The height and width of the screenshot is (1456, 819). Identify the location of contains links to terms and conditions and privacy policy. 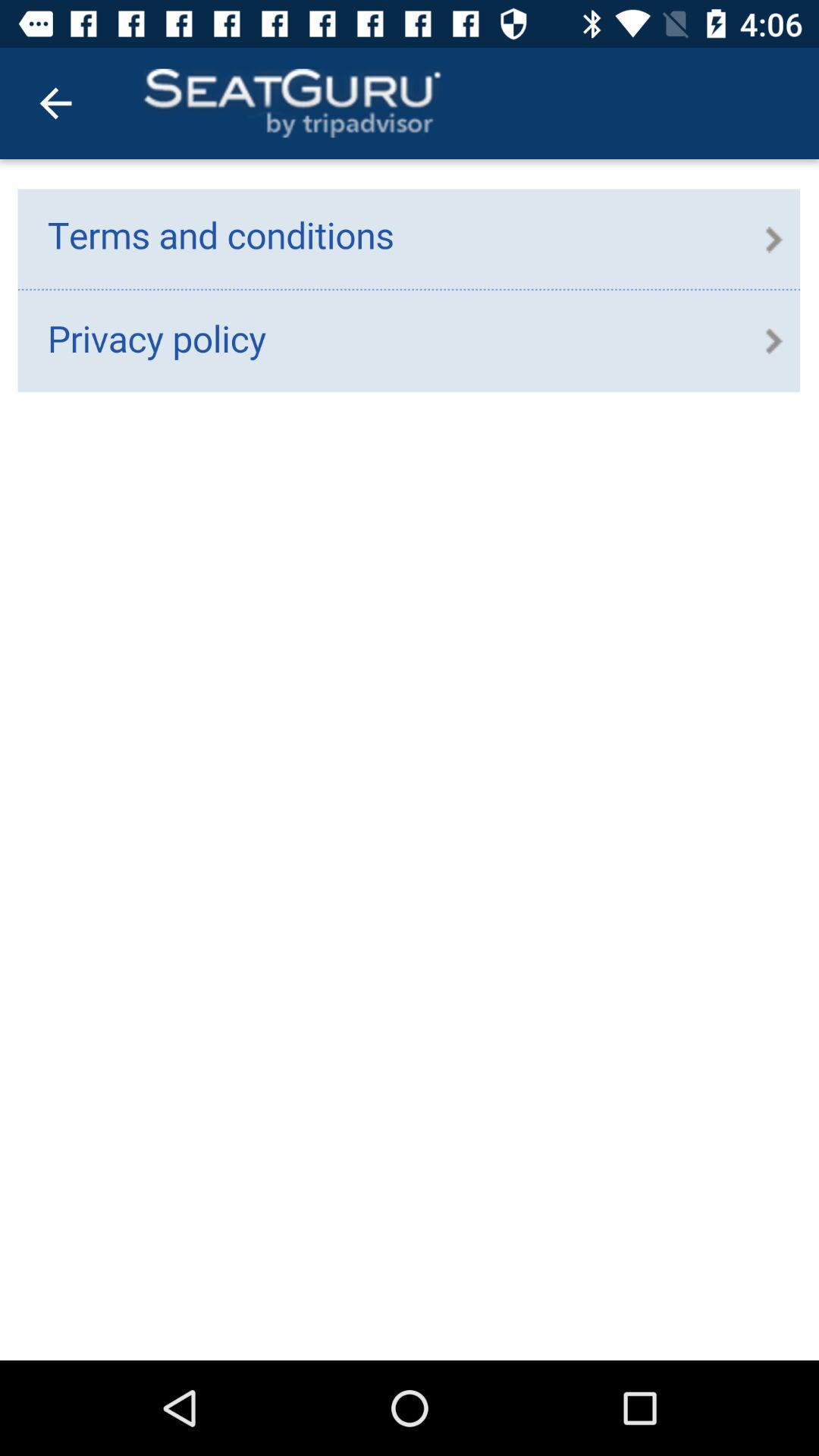
(409, 760).